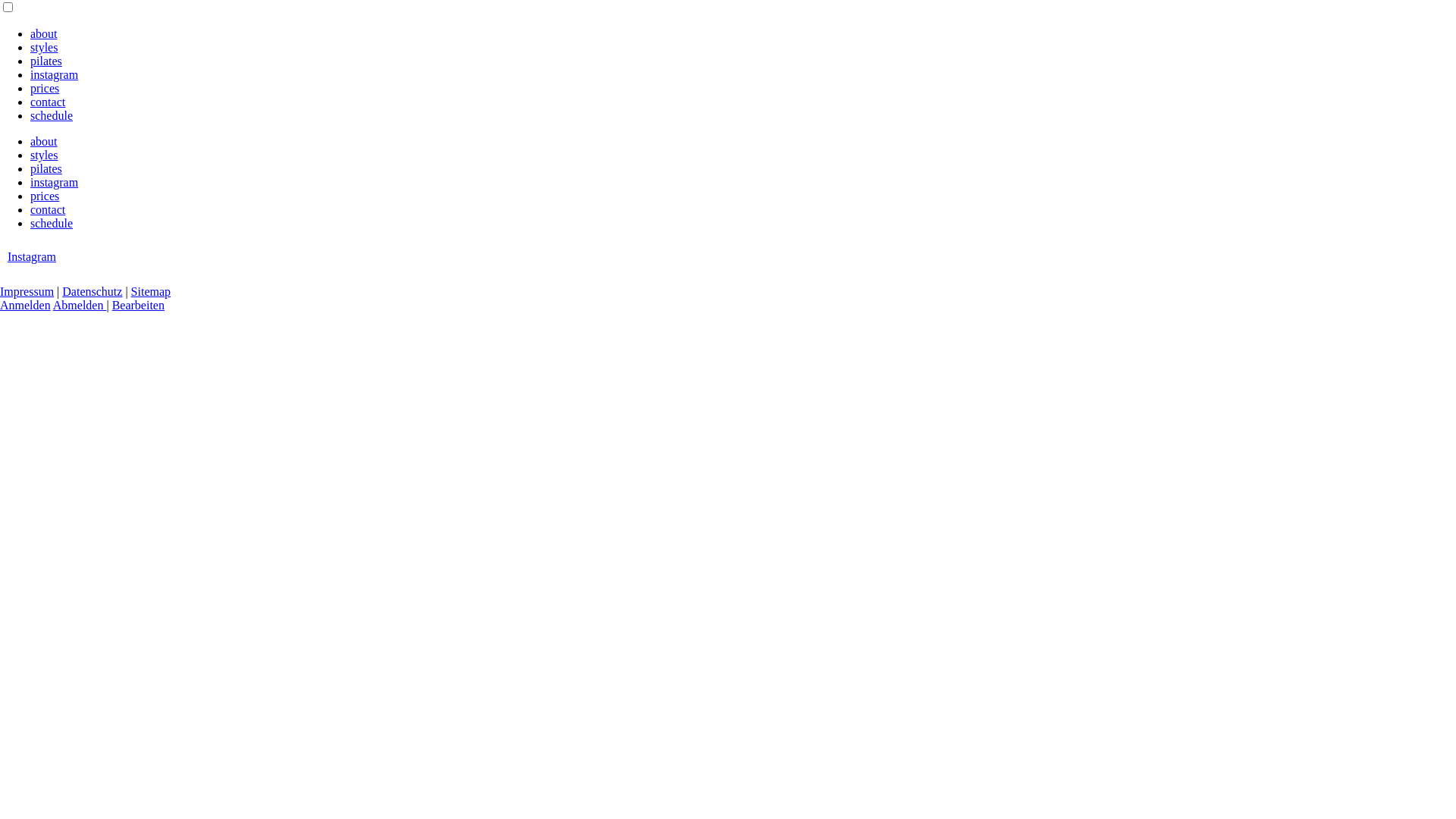 This screenshot has height=819, width=1456. What do you see at coordinates (30, 74) in the screenshot?
I see `'instagram'` at bounding box center [30, 74].